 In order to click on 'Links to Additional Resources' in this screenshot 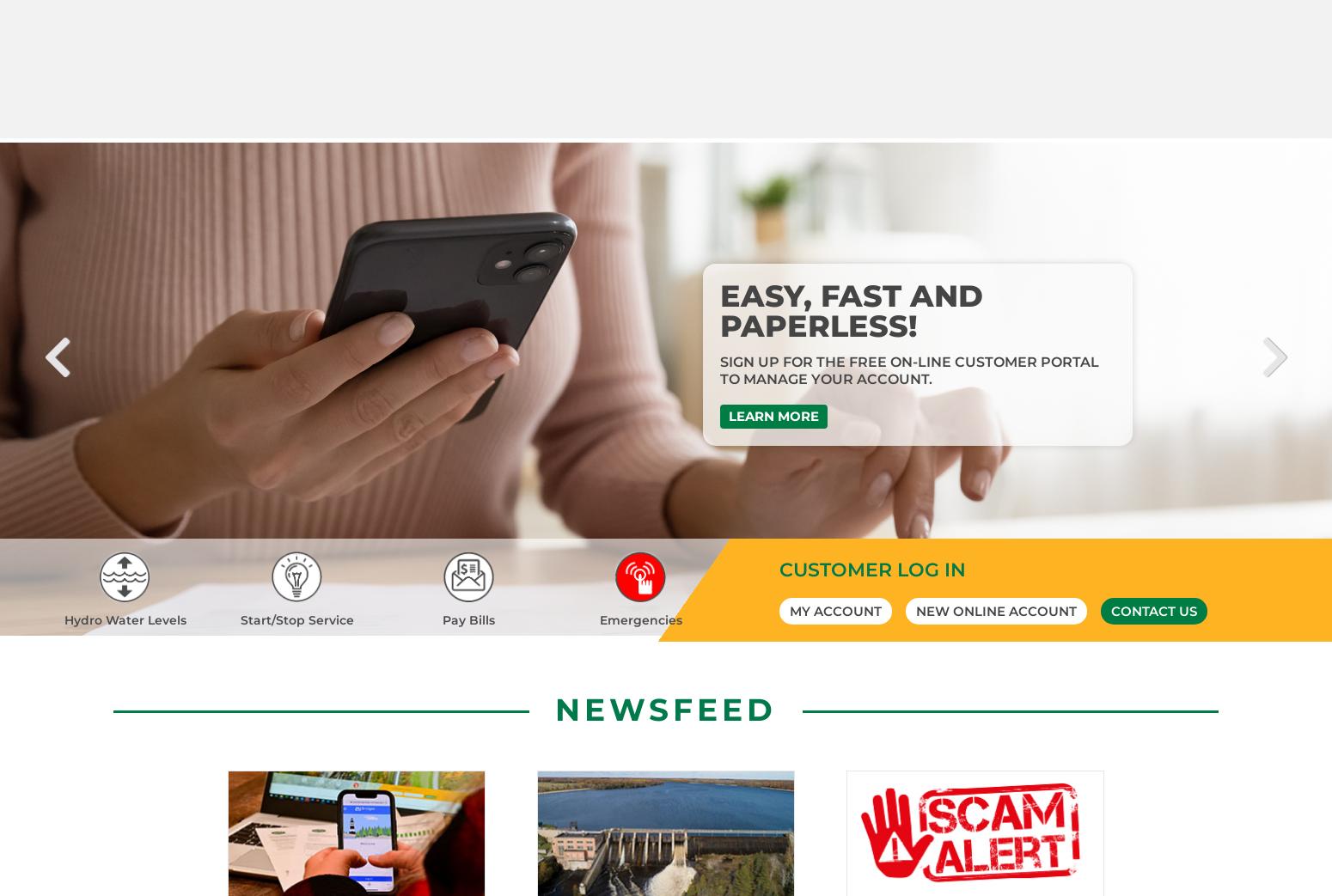, I will do `click(174, 888)`.